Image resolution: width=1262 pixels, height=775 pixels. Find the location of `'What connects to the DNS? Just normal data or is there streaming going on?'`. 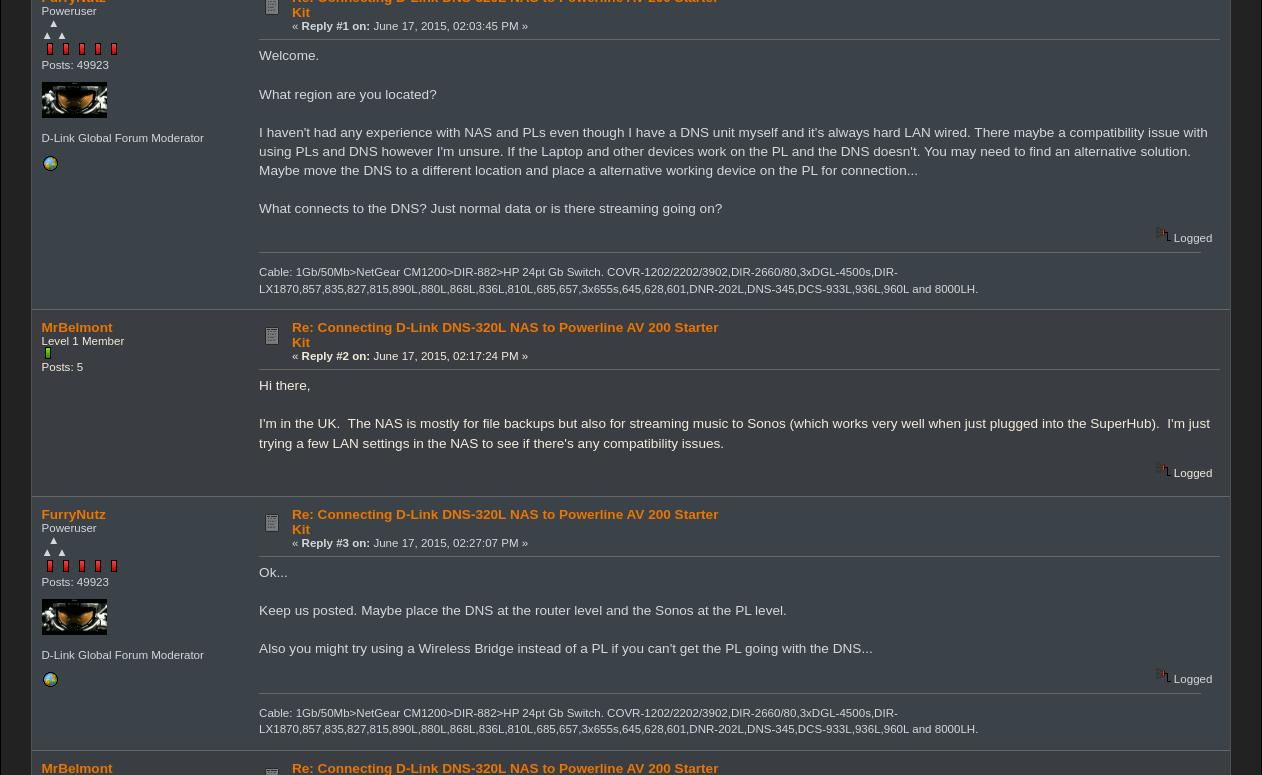

'What connects to the DNS? Just normal data or is there streaming going on?' is located at coordinates (490, 207).